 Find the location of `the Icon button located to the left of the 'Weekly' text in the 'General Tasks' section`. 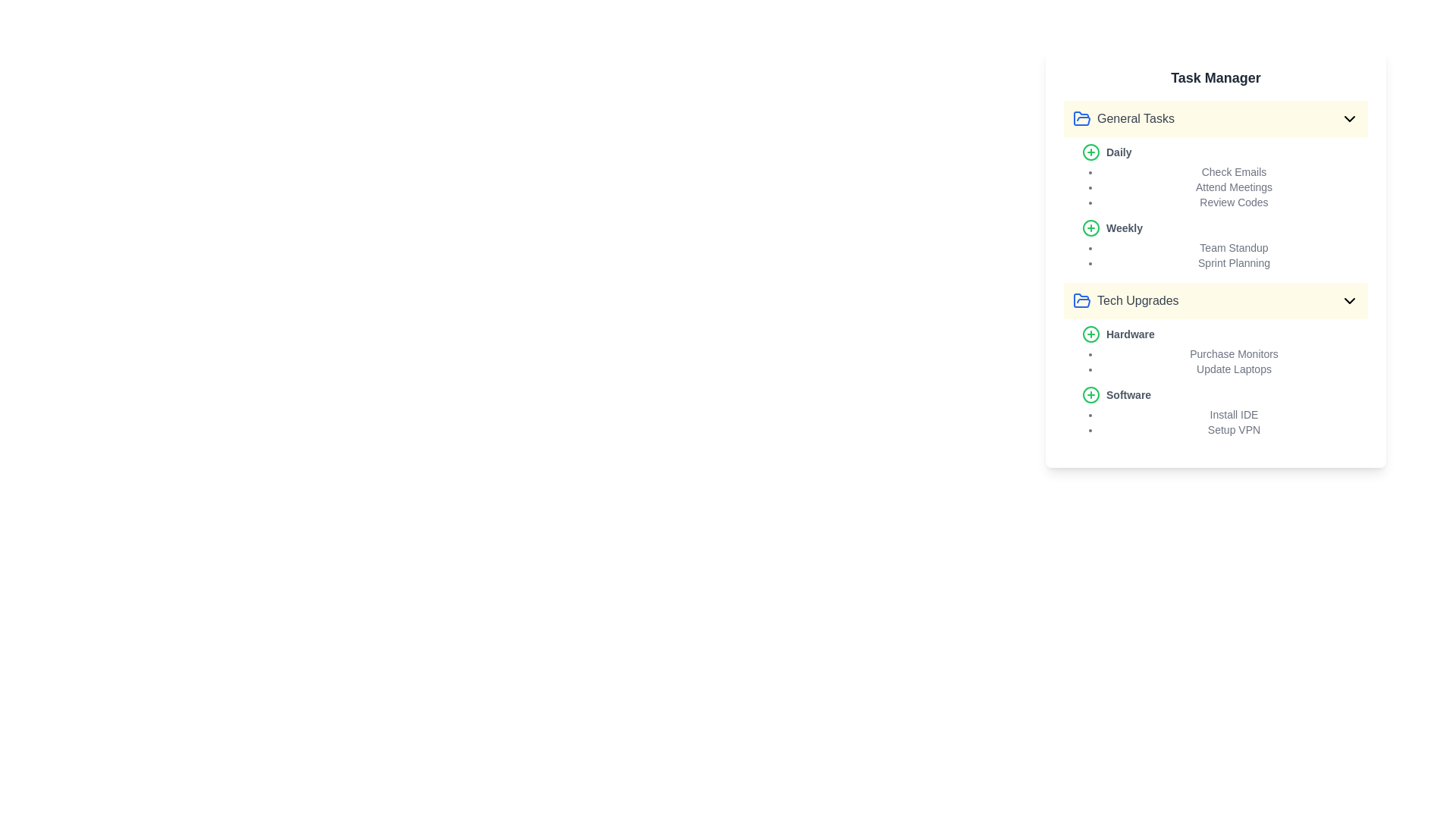

the Icon button located to the left of the 'Weekly' text in the 'General Tasks' section is located at coordinates (1090, 227).